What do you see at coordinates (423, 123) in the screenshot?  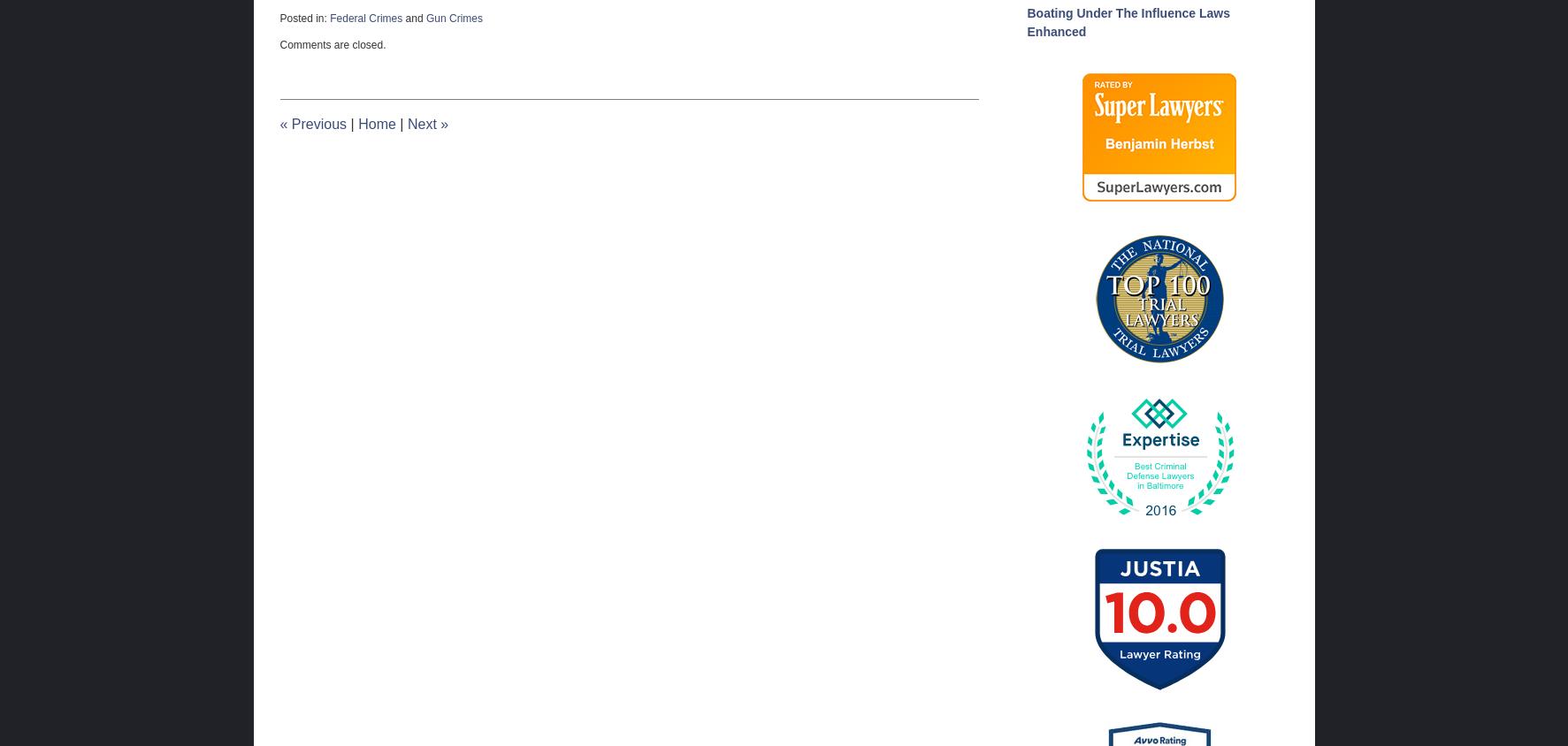 I see `'Next'` at bounding box center [423, 123].